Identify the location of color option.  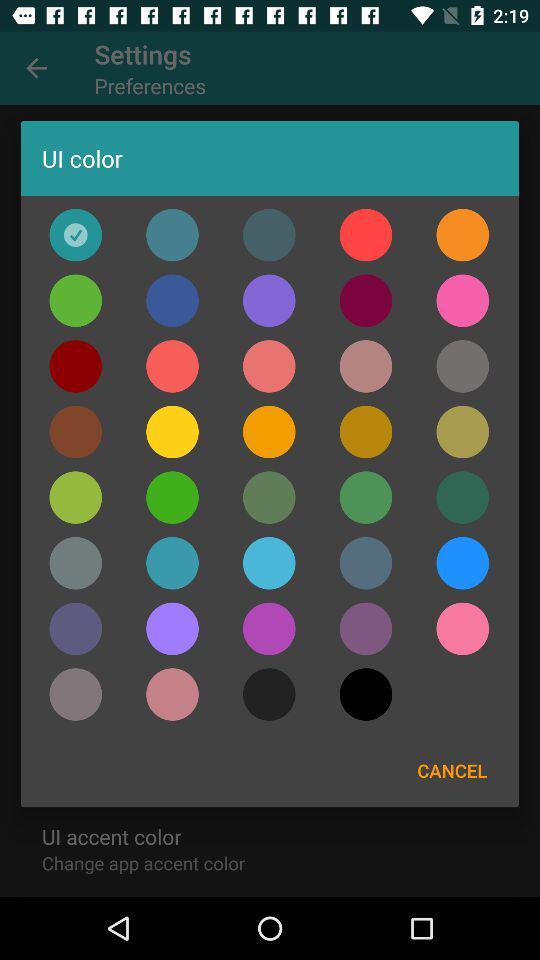
(365, 432).